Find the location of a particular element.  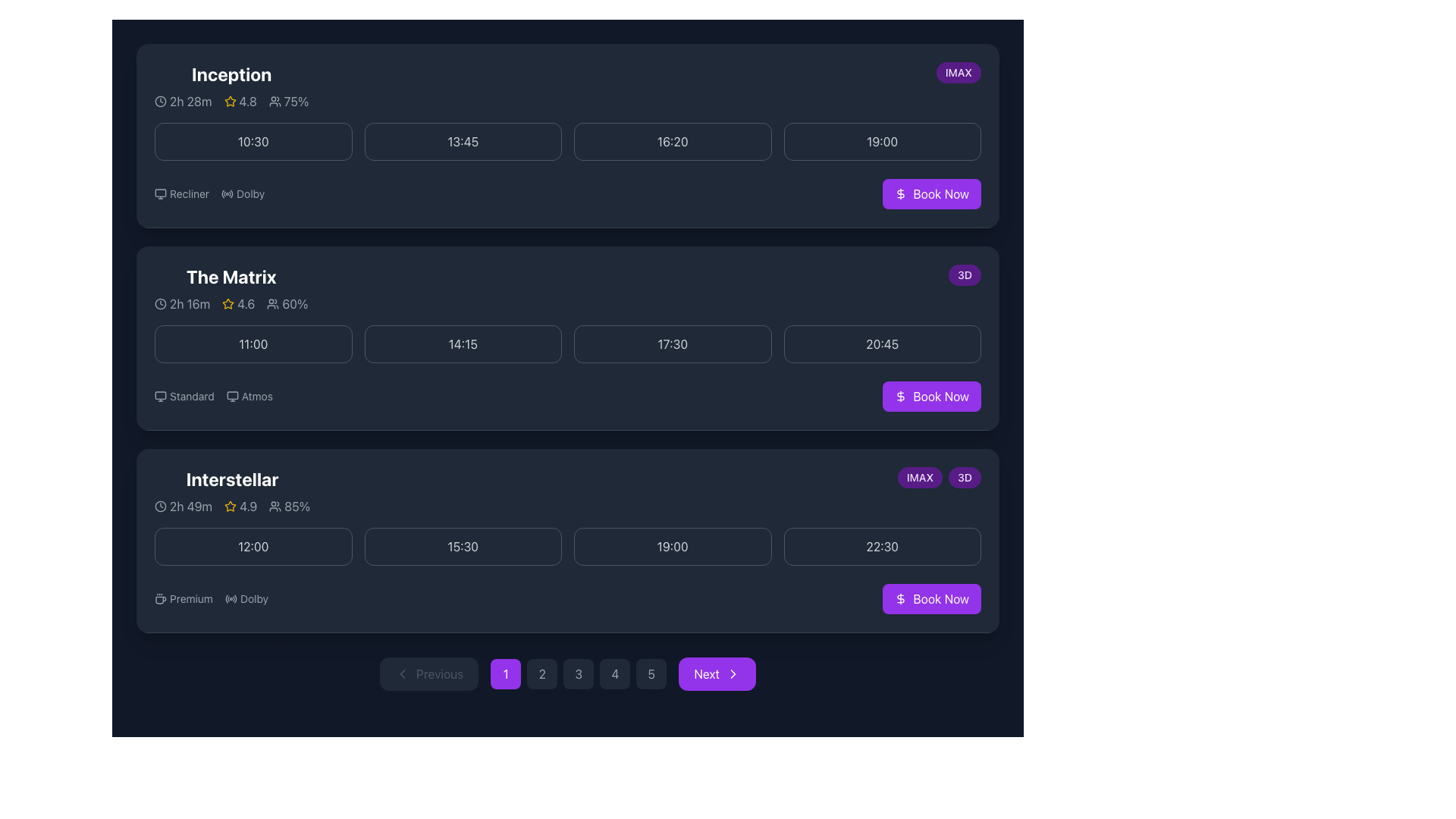

the Label indicating the premium feature for the movie 'Interstellar', which is located between a coffee cup icon and the 'Dolby' label is located at coordinates (190, 598).